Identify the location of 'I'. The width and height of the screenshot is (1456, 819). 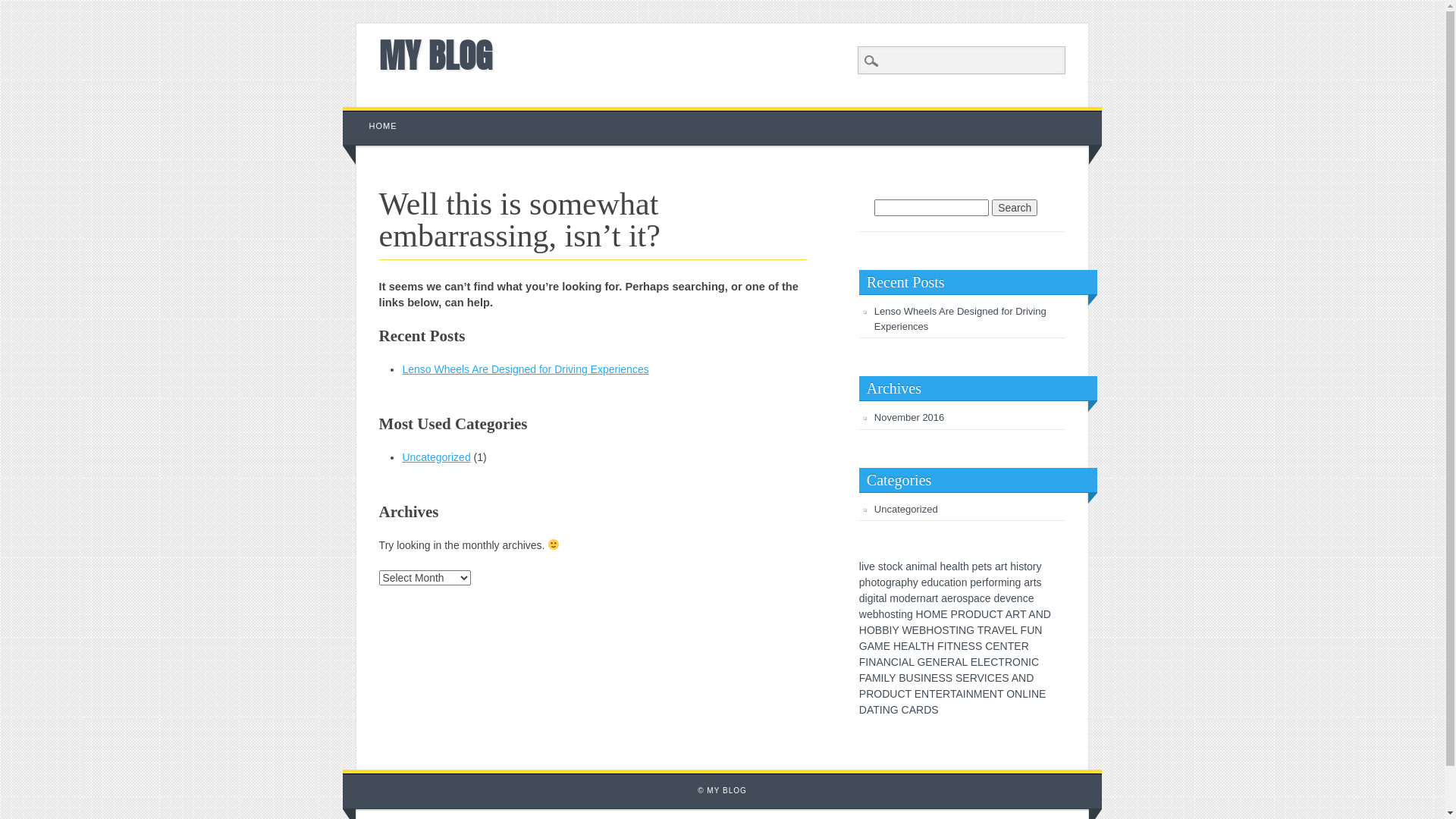
(1030, 661).